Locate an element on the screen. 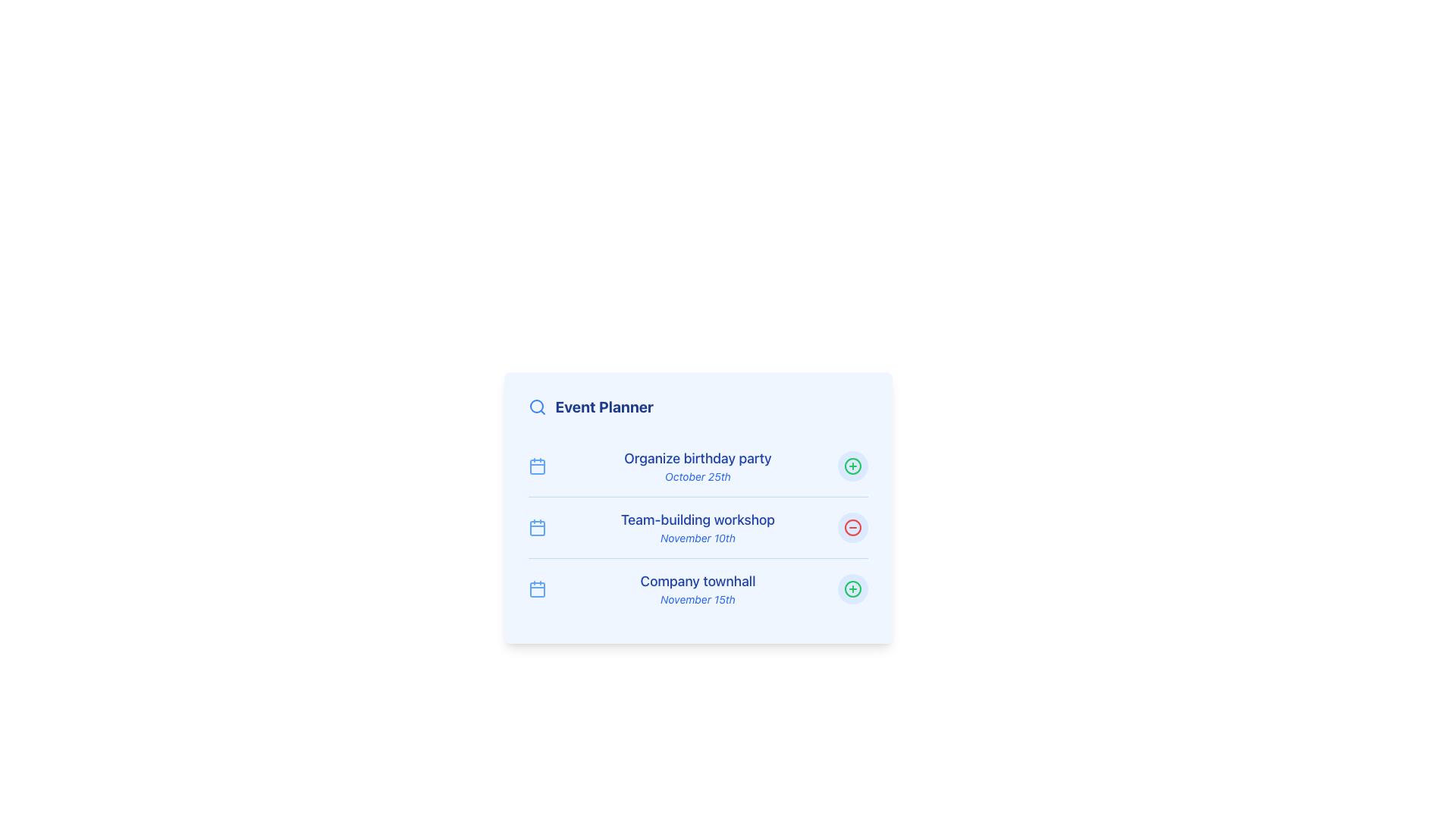 Image resolution: width=1456 pixels, height=819 pixels. the blue-colored magnifying glass icon located to the left of the 'Event Planner' text in the header section of the light blue box is located at coordinates (537, 406).